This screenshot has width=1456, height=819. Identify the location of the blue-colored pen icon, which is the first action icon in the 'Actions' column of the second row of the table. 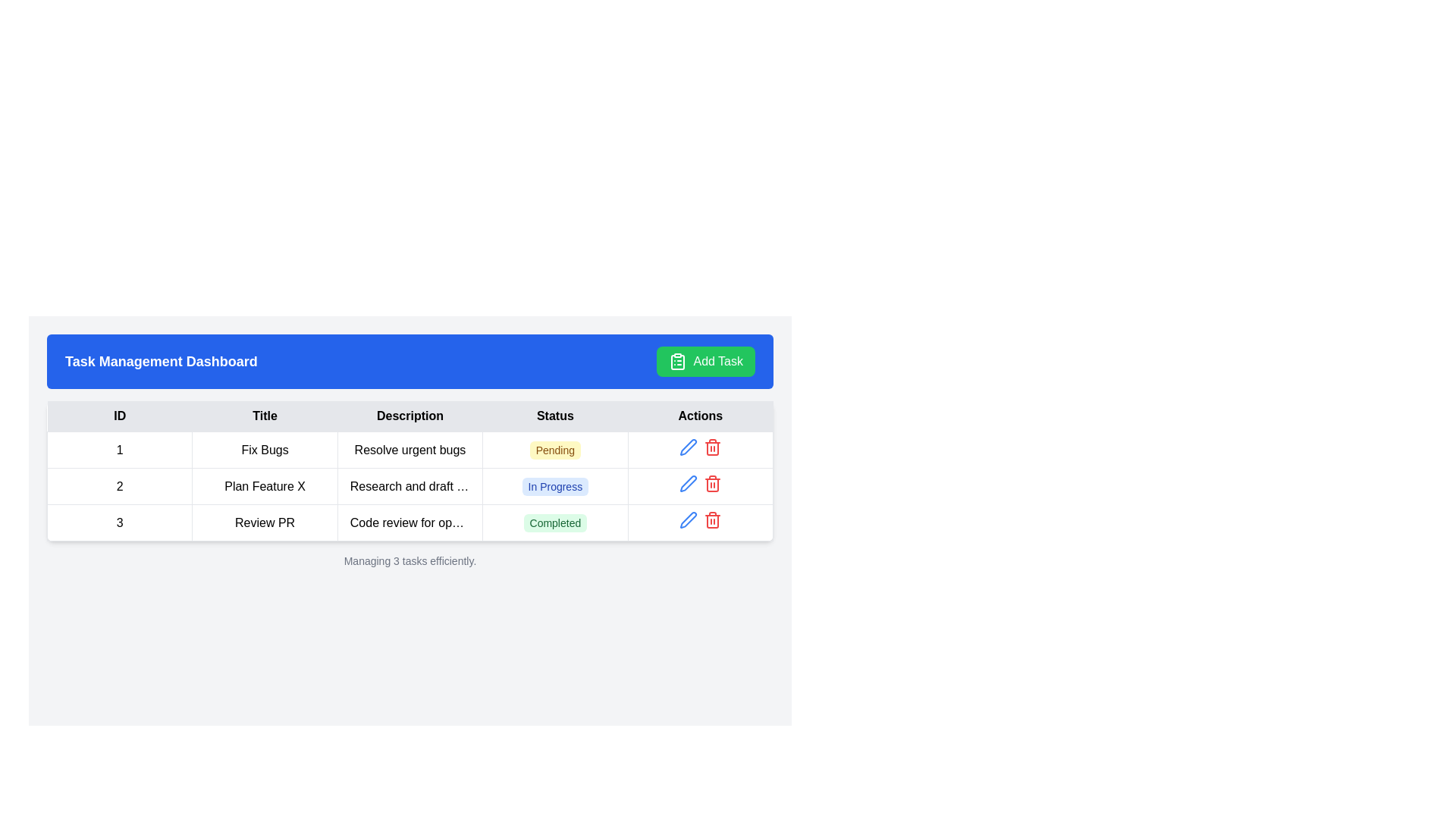
(687, 447).